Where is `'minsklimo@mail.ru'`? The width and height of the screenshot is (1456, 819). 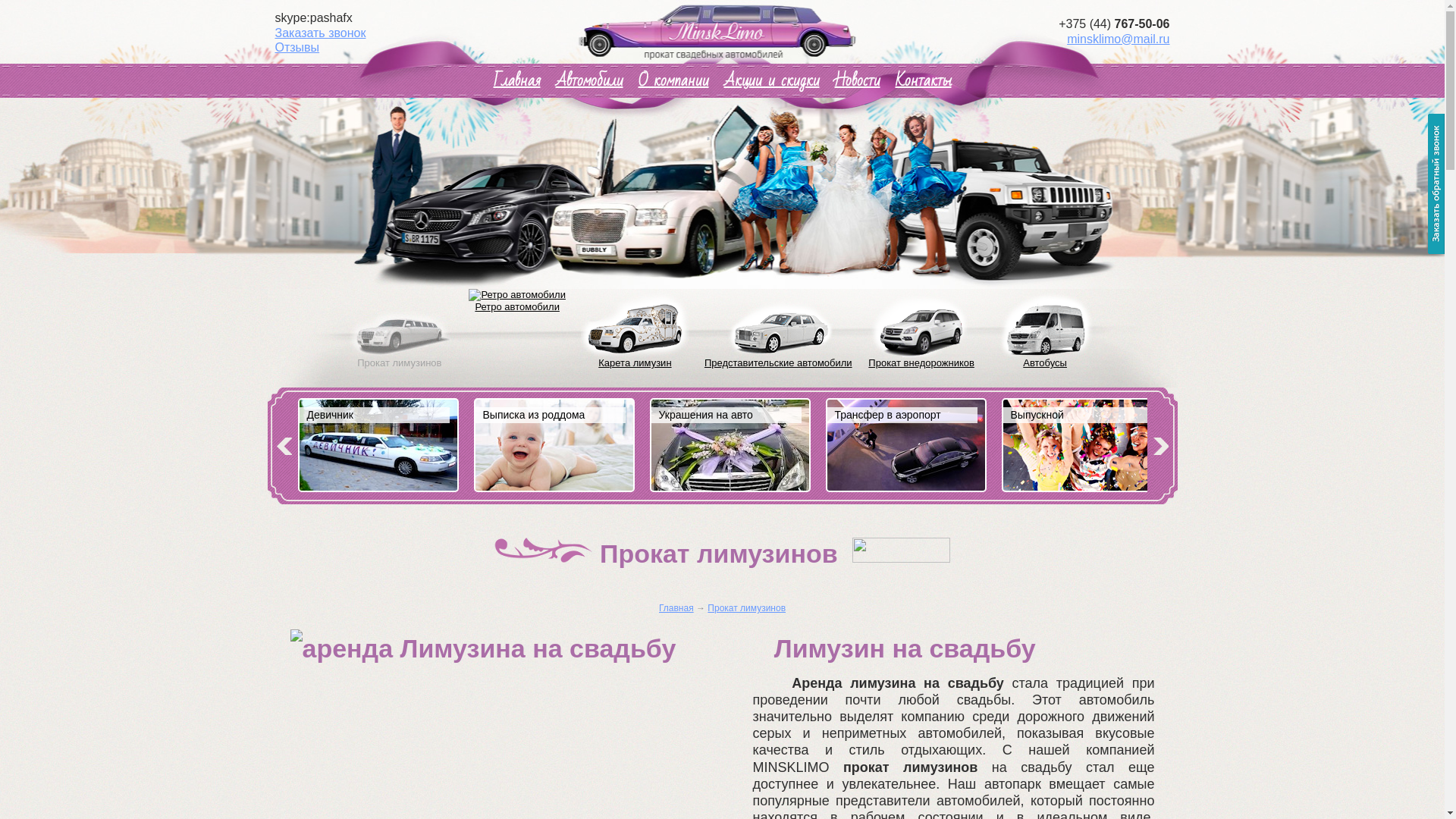
'minsklimo@mail.ru' is located at coordinates (1118, 38).